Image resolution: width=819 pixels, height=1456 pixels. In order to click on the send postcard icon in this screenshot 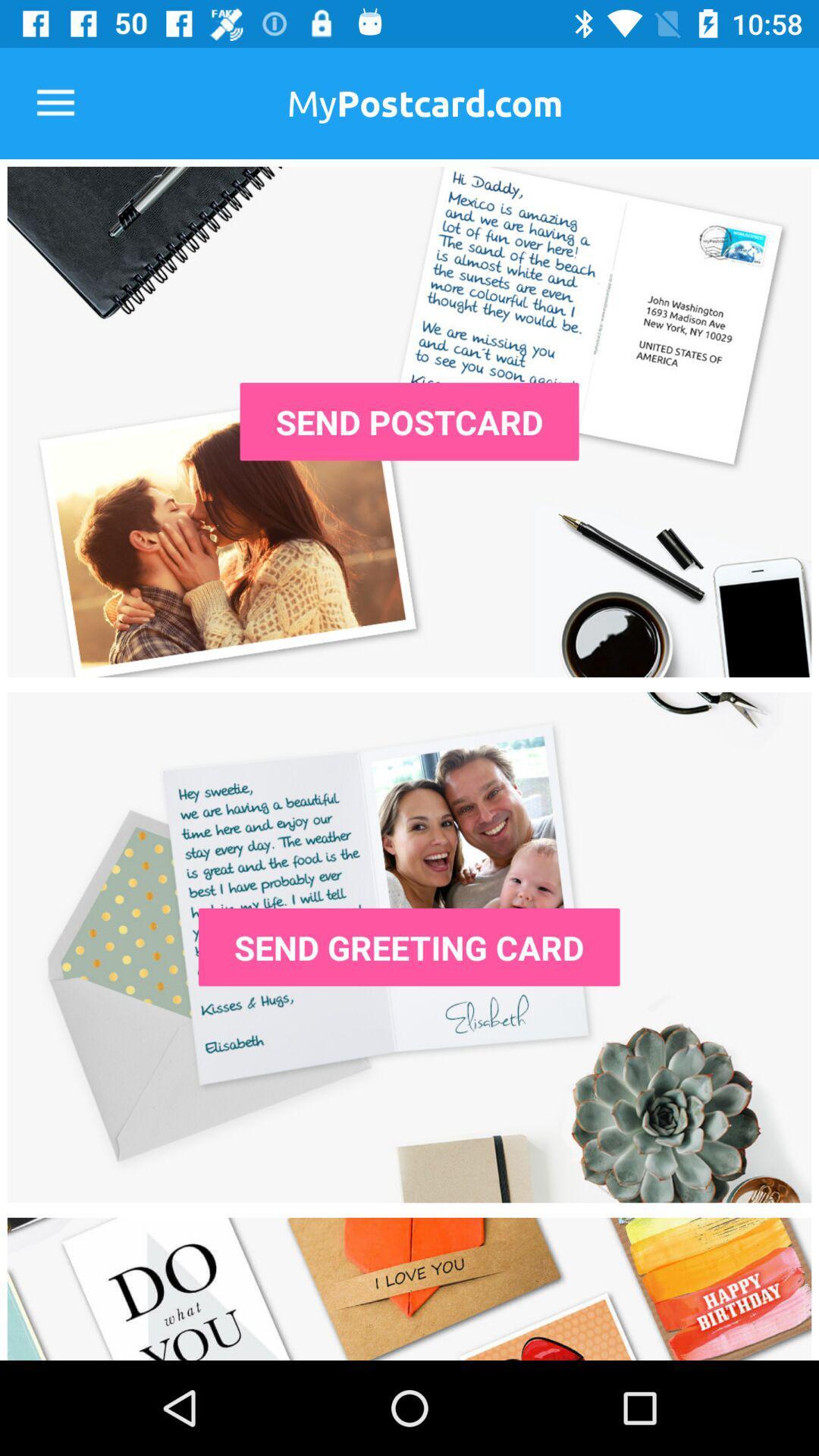, I will do `click(409, 422)`.